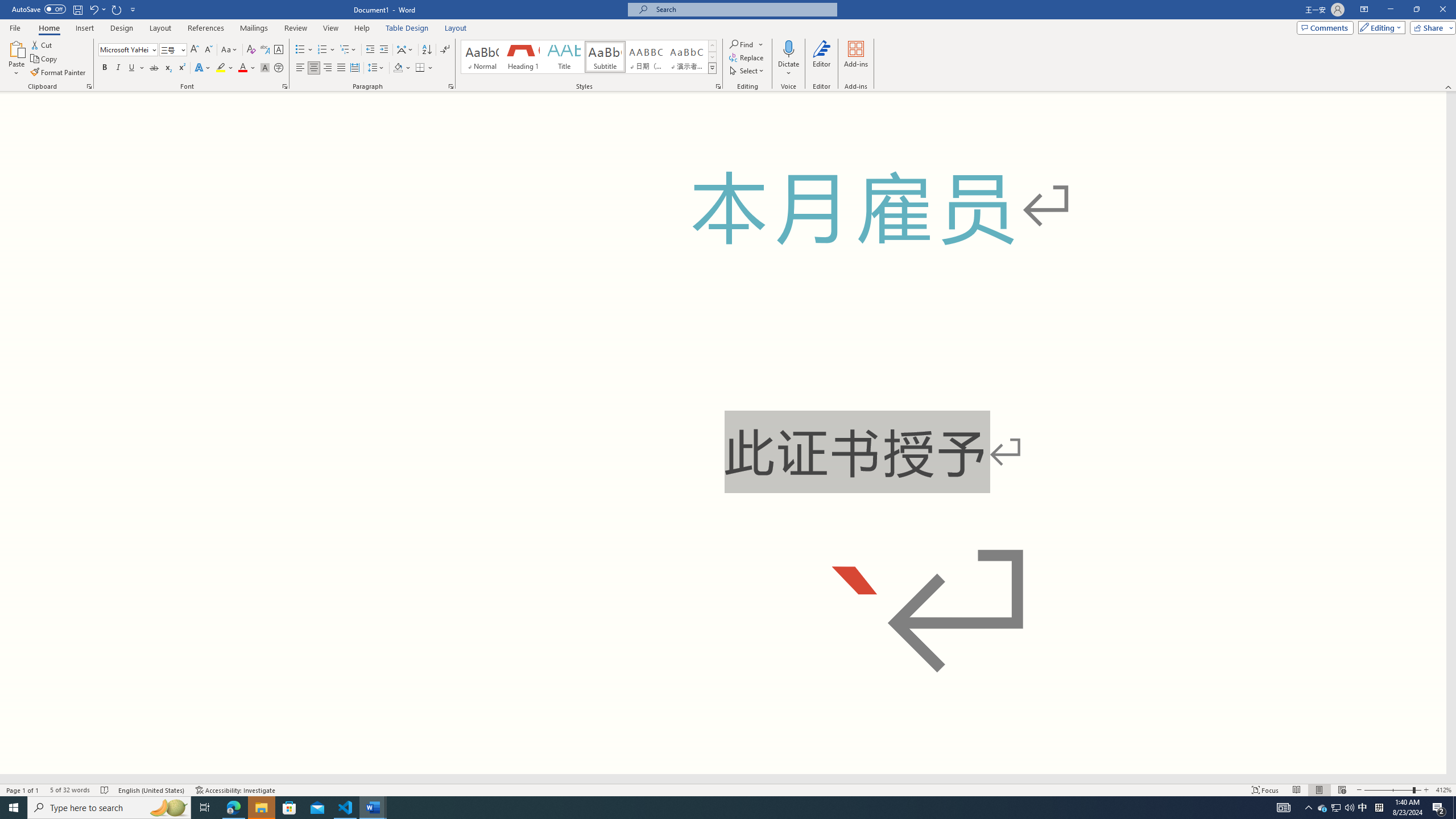 The image size is (1456, 819). What do you see at coordinates (427, 49) in the screenshot?
I see `'Sort...'` at bounding box center [427, 49].